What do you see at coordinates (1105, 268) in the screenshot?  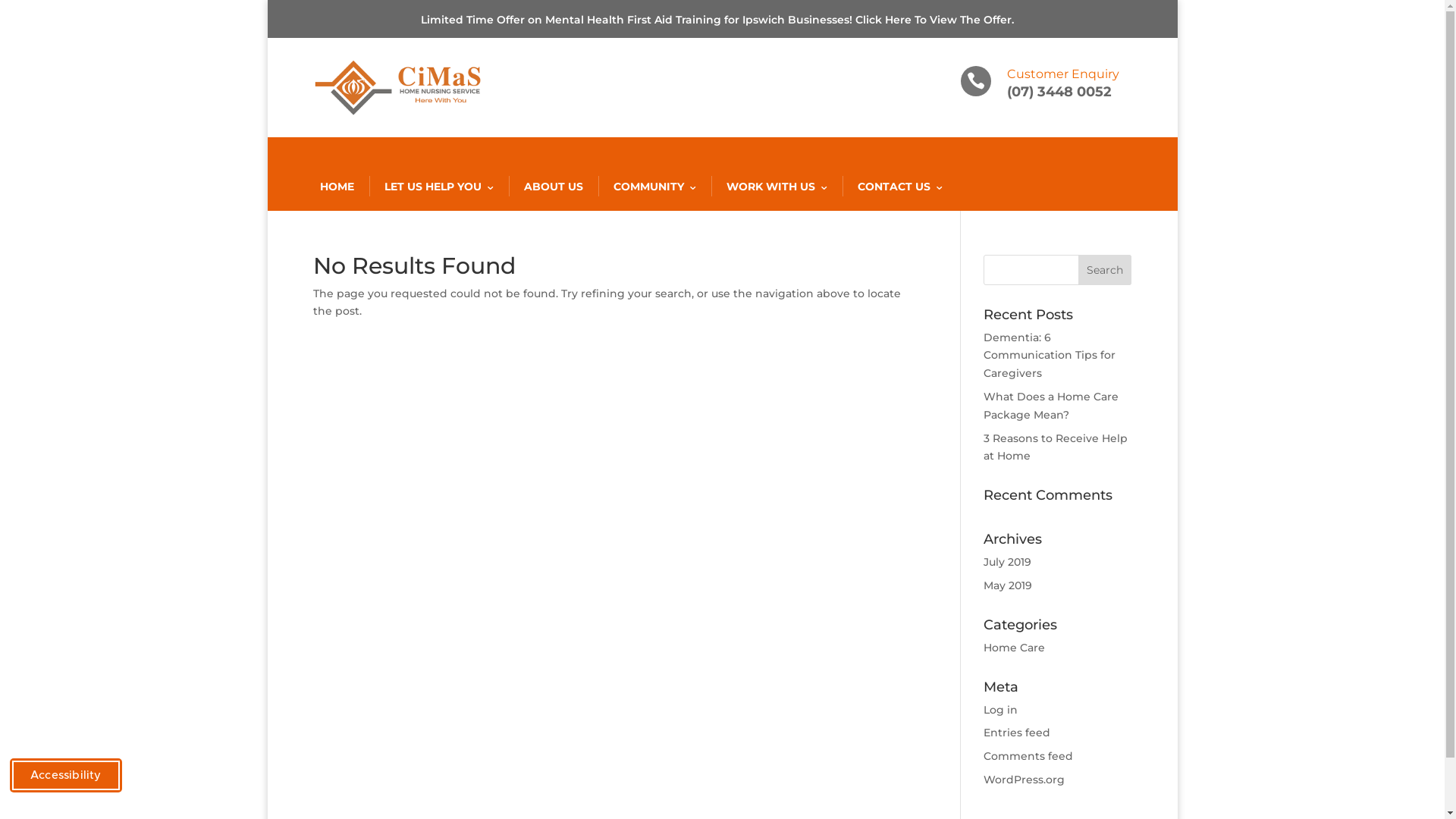 I see `'Search'` at bounding box center [1105, 268].